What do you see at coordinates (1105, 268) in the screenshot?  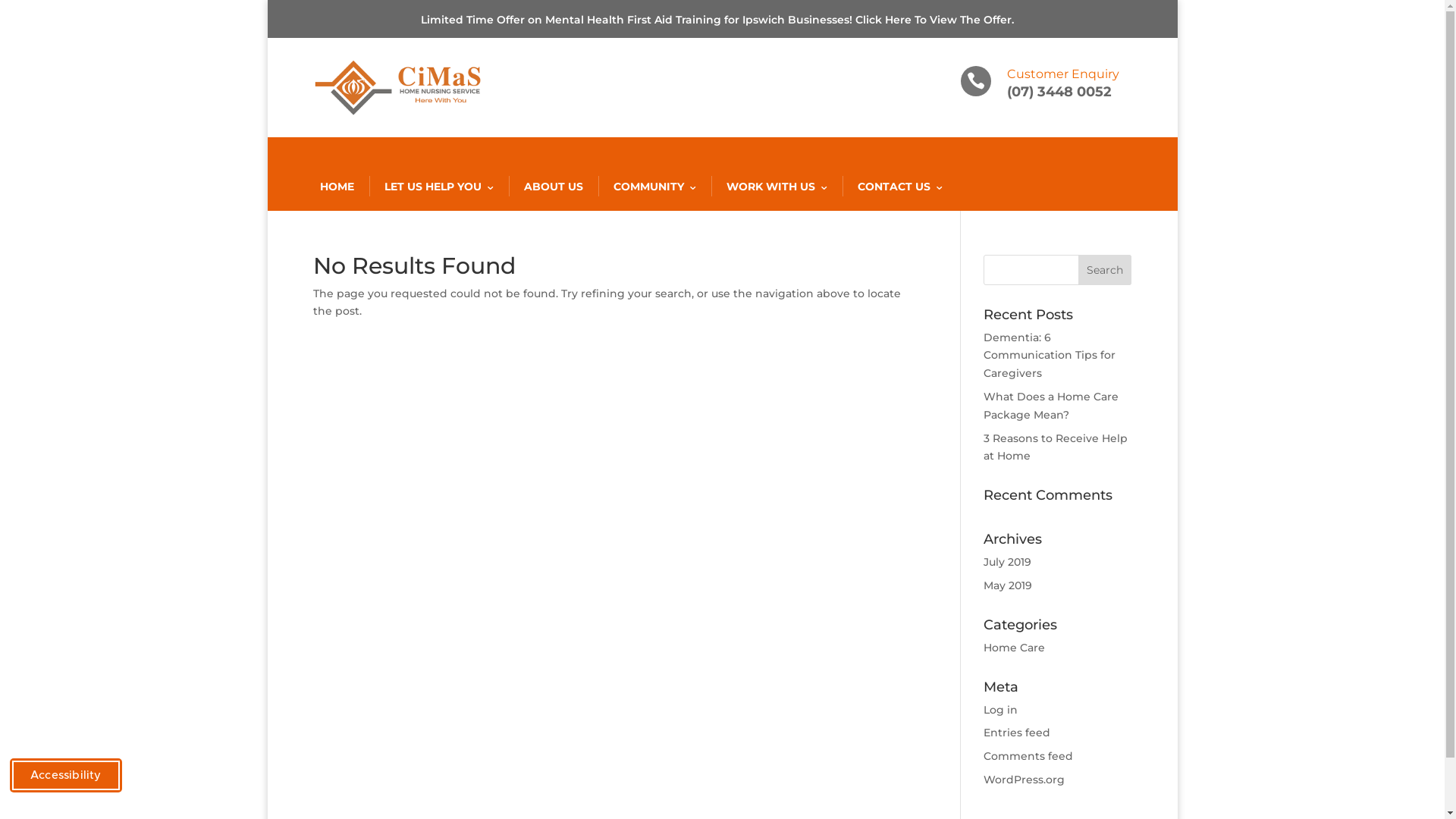 I see `'Search'` at bounding box center [1105, 268].